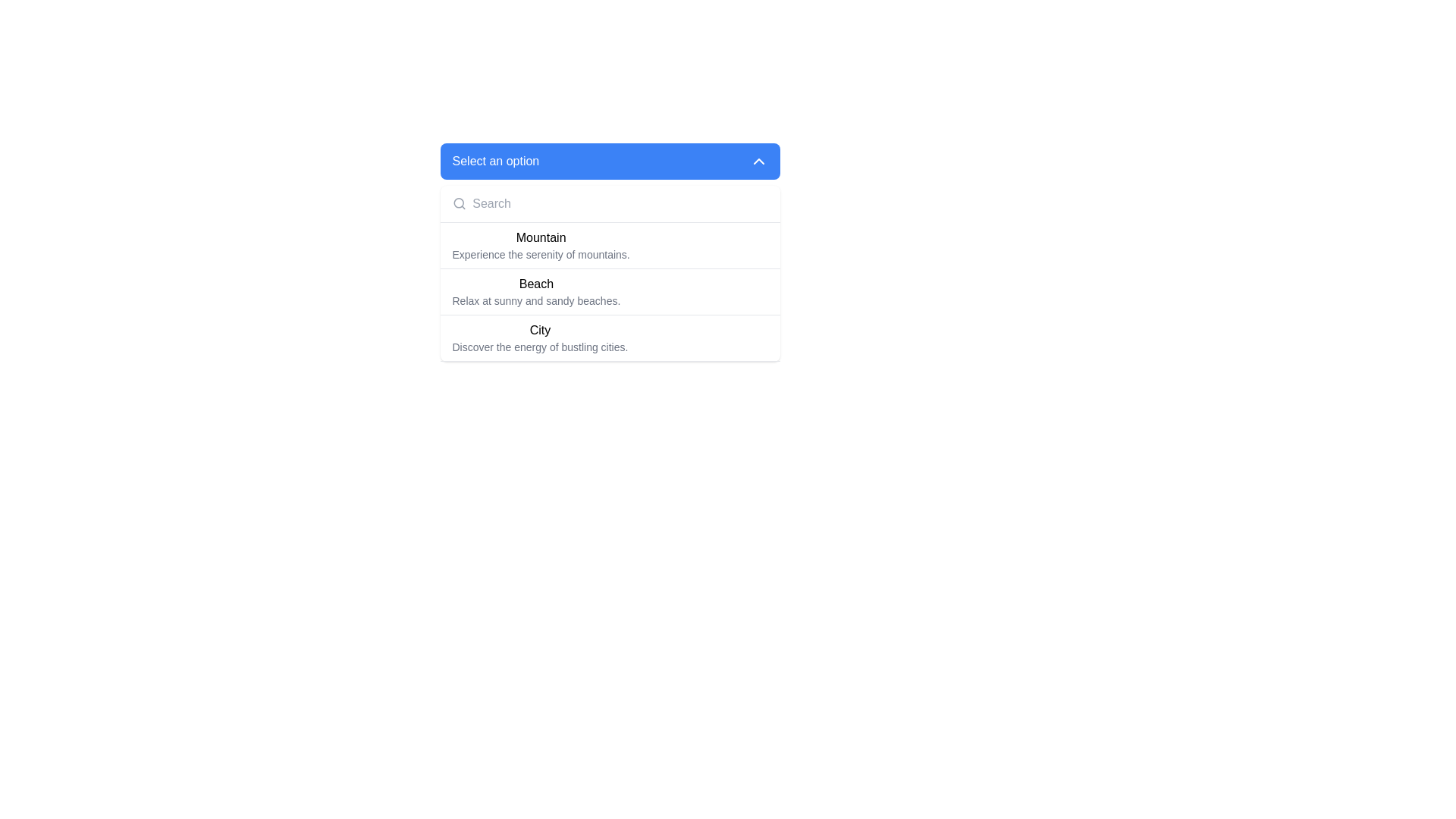 The image size is (1456, 819). Describe the element at coordinates (610, 337) in the screenshot. I see `the third menu option labeled 'City'` at that location.